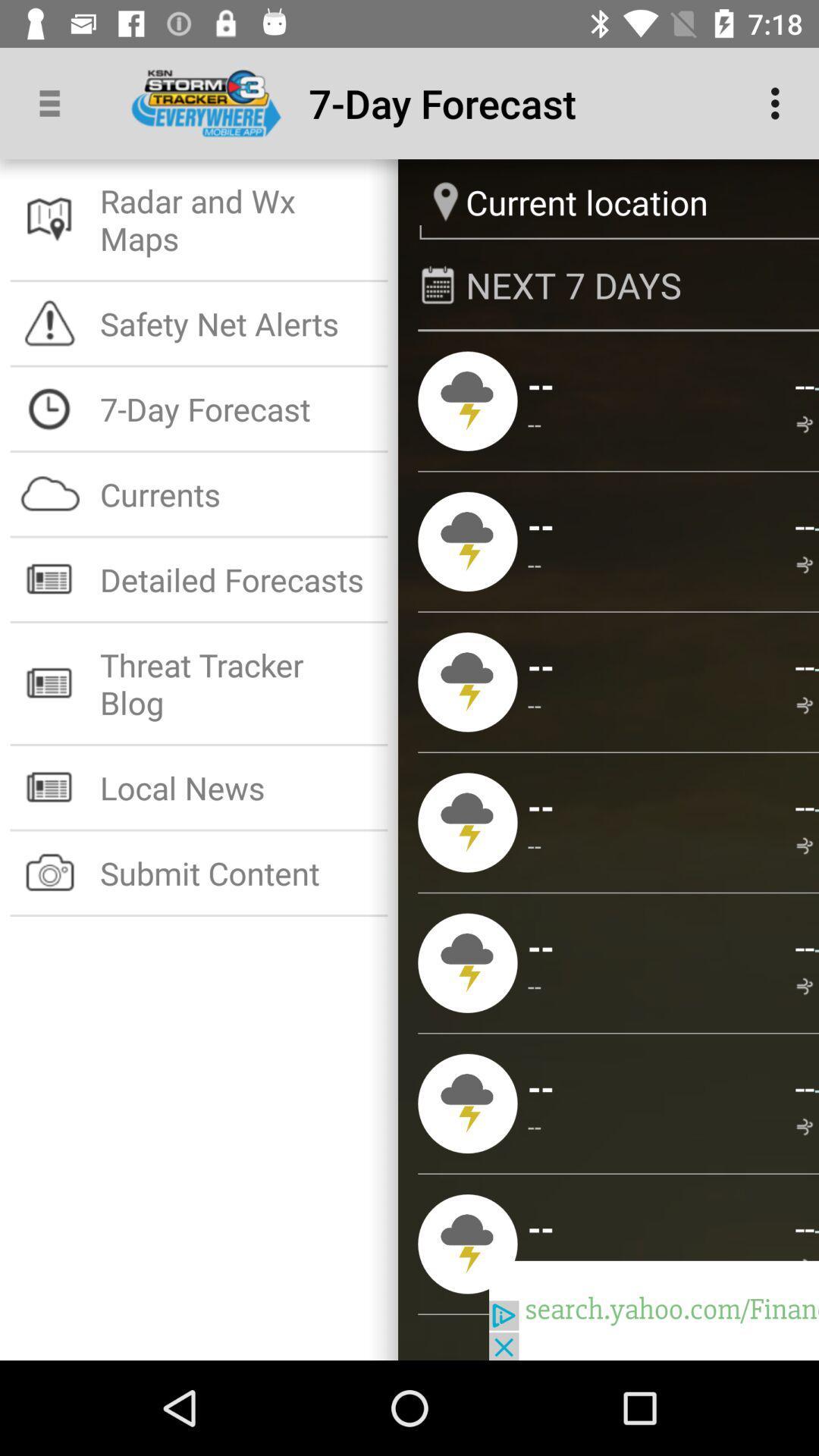 Image resolution: width=819 pixels, height=1456 pixels. Describe the element at coordinates (534, 424) in the screenshot. I see `-- app` at that location.